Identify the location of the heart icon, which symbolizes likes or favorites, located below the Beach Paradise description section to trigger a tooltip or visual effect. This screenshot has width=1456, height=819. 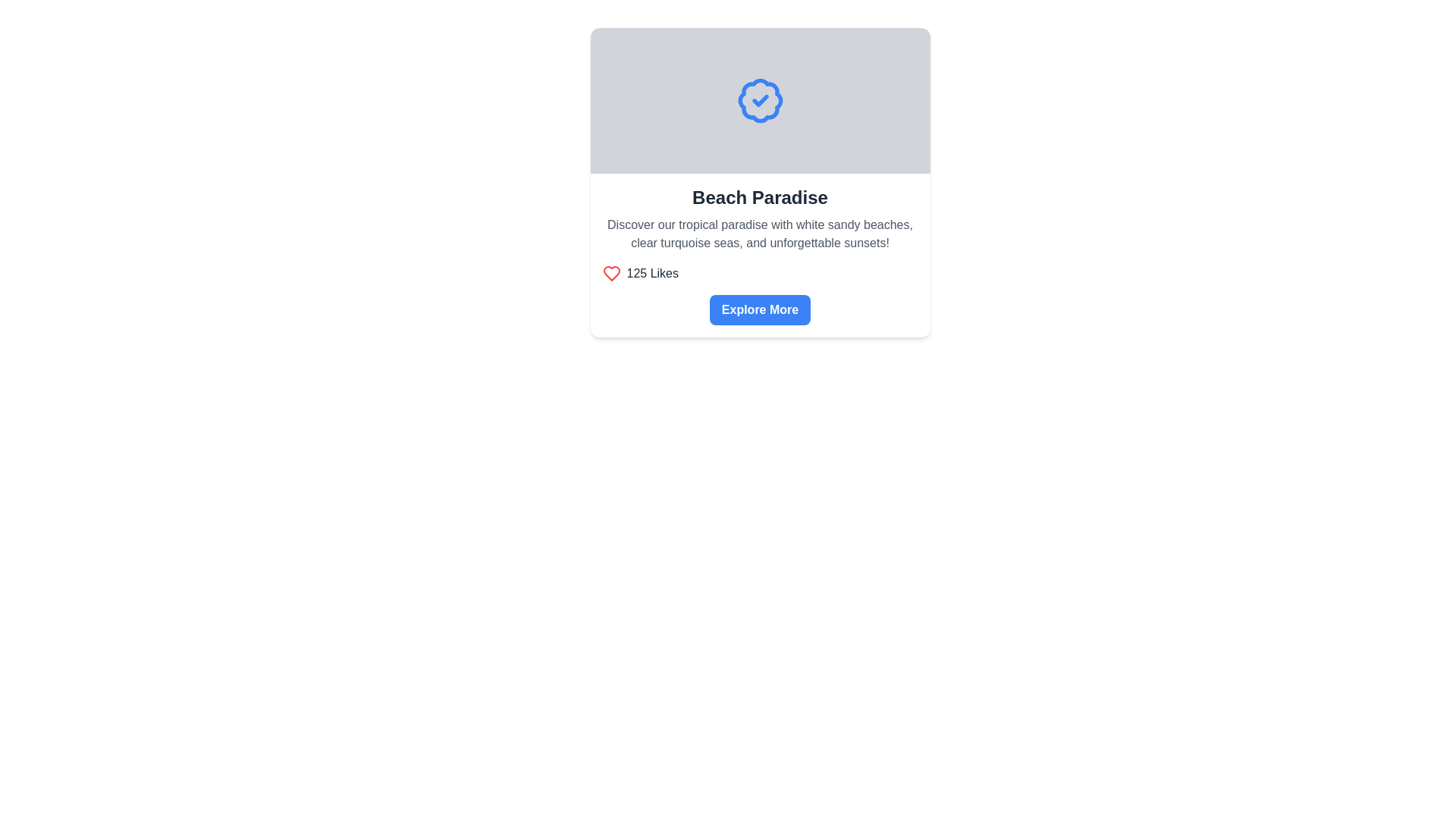
(611, 274).